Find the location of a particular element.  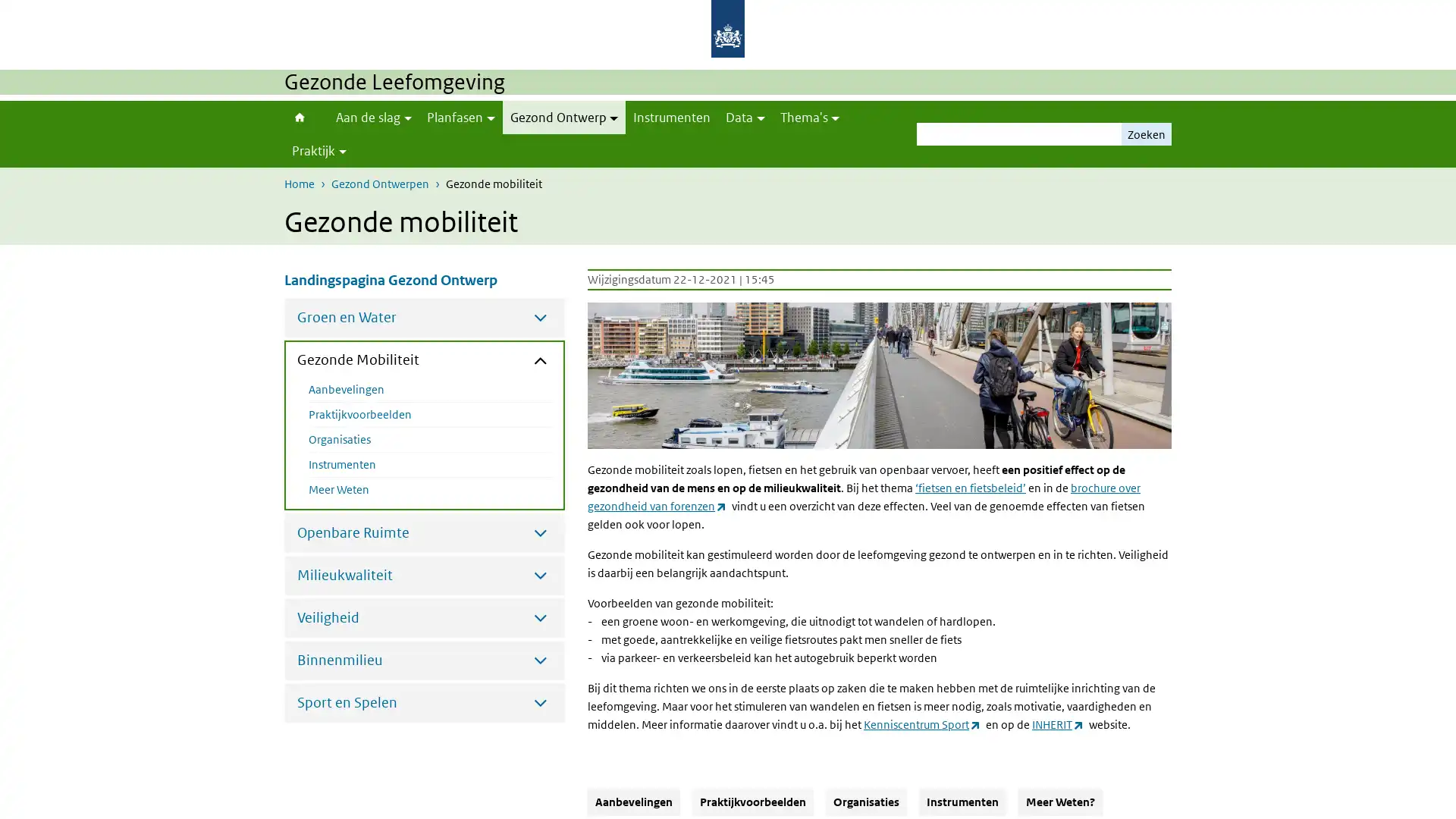

Submenu openen is located at coordinates (541, 315).